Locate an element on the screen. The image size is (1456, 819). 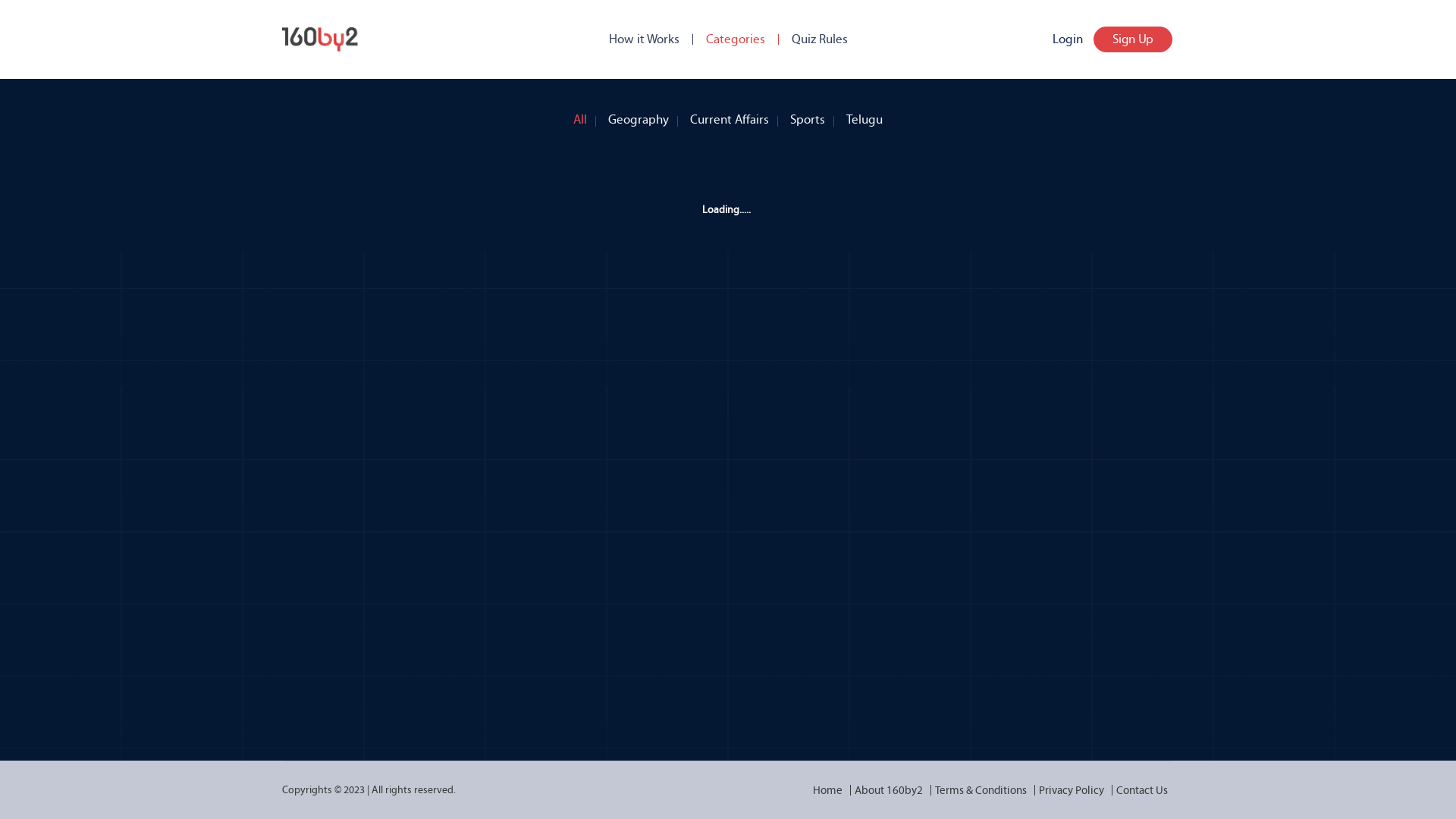
'Geography' is located at coordinates (638, 115).